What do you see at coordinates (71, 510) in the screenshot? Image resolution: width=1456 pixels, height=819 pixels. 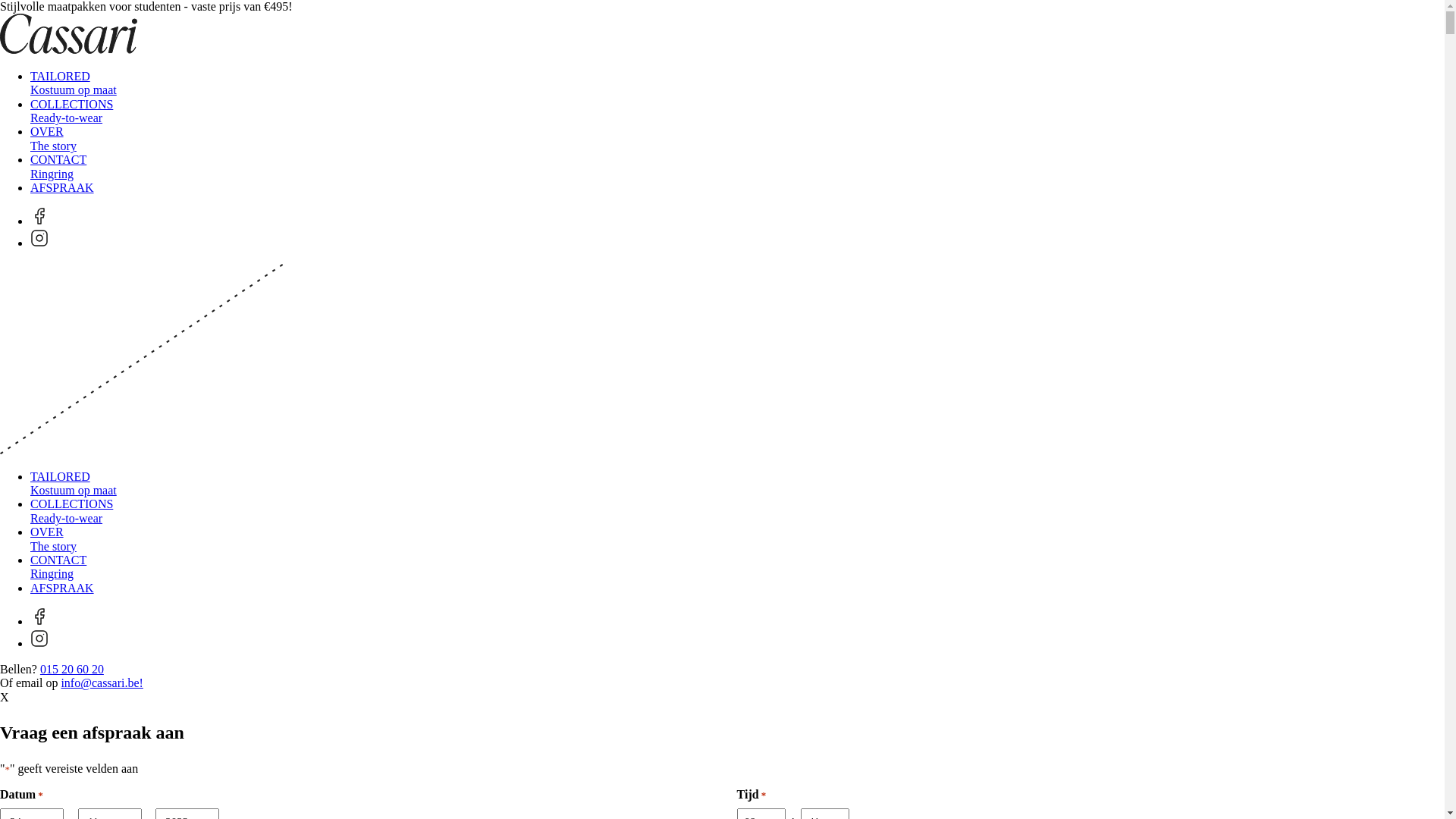 I see `'COLLECTIONS` at bounding box center [71, 510].